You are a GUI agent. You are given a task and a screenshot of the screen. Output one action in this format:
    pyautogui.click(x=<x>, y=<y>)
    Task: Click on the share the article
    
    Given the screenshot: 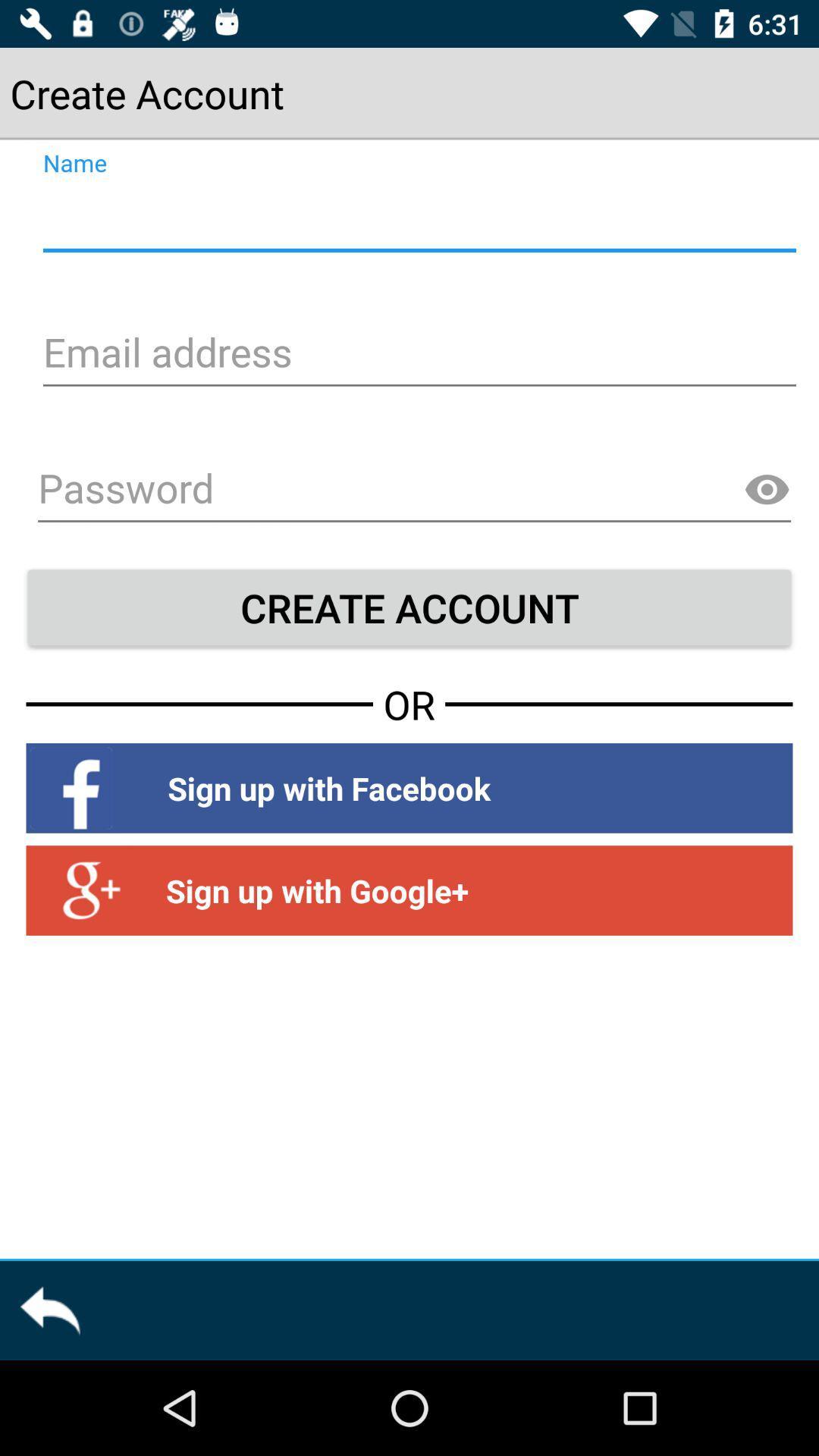 What is the action you would take?
    pyautogui.click(x=49, y=1310)
    